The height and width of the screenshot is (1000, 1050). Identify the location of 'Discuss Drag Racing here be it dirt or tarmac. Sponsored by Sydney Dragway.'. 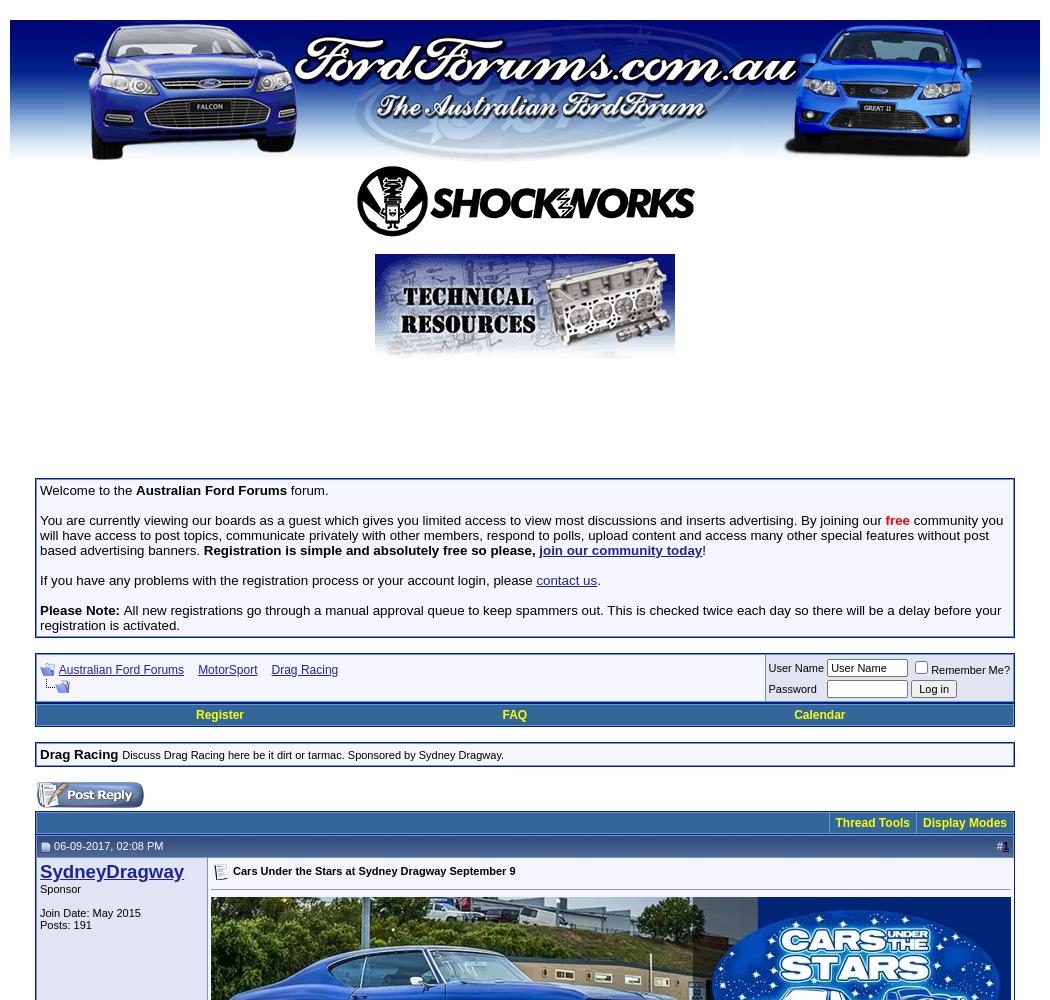
(313, 755).